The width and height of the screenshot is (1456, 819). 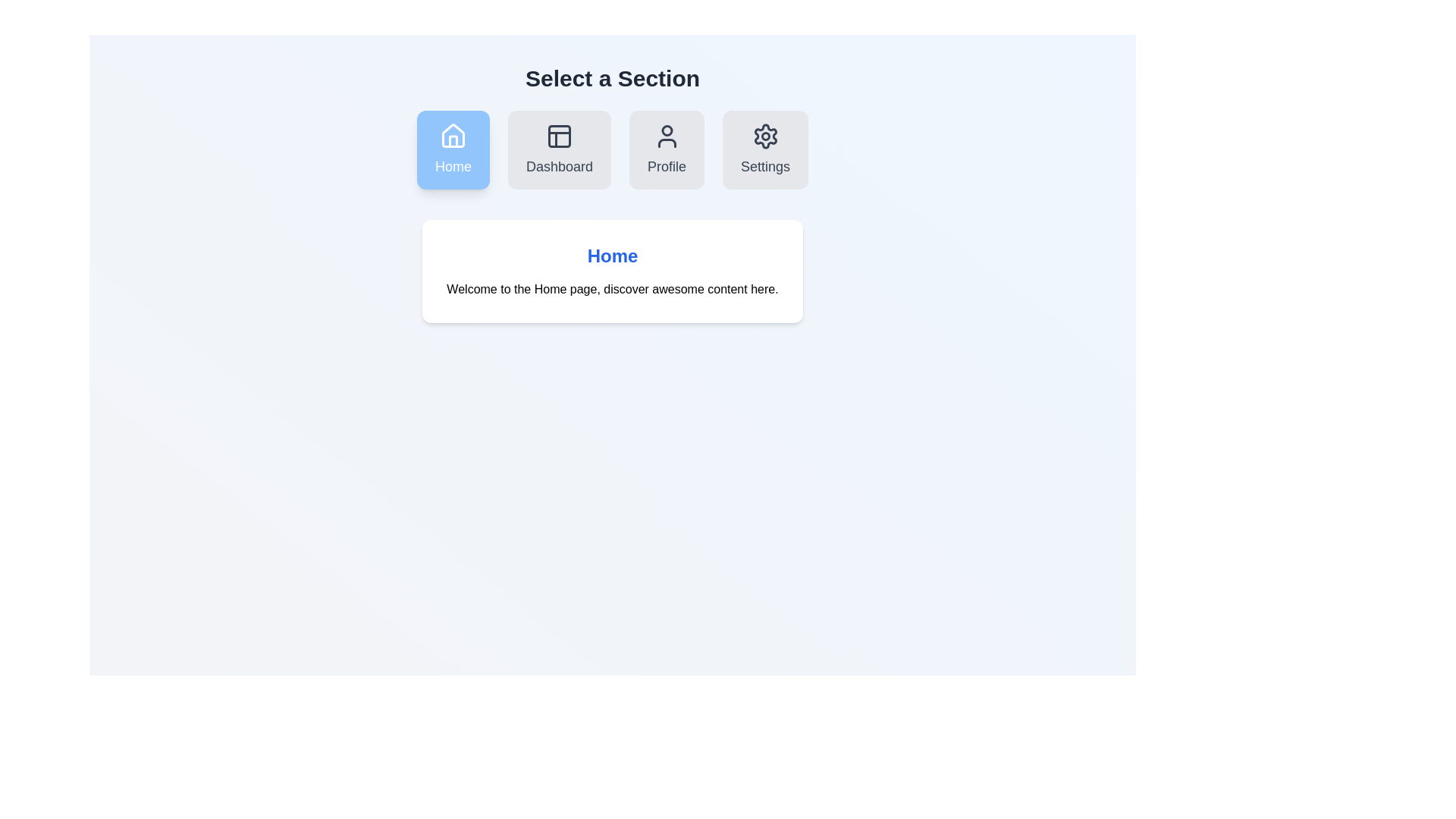 What do you see at coordinates (667, 149) in the screenshot?
I see `the Profile section icon to select it` at bounding box center [667, 149].